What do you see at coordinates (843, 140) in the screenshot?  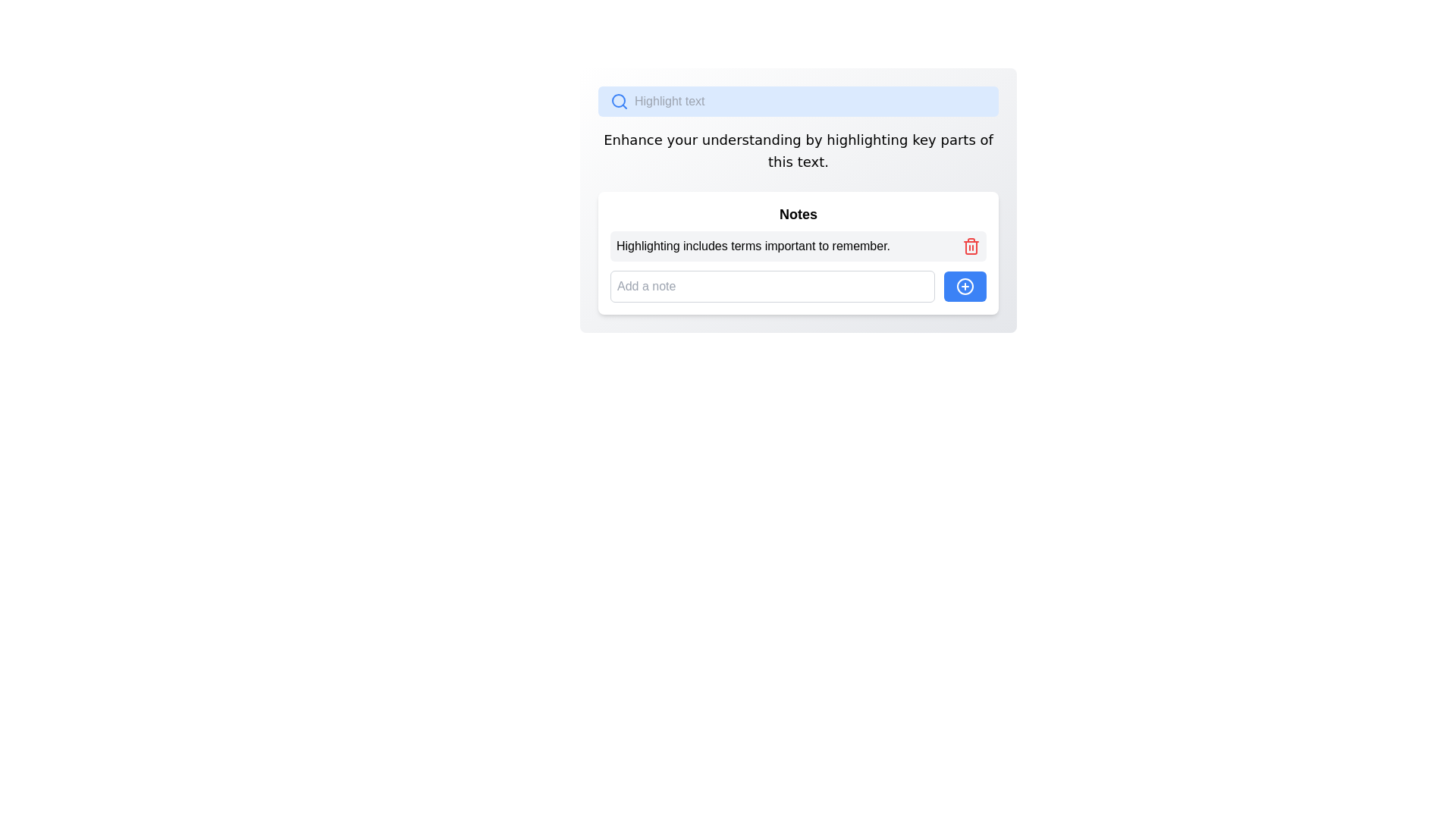 I see `the letter 'g' in the word 'highlighting' within the static text 'Enhance your understanding by highlighting key parts of this text.'` at bounding box center [843, 140].